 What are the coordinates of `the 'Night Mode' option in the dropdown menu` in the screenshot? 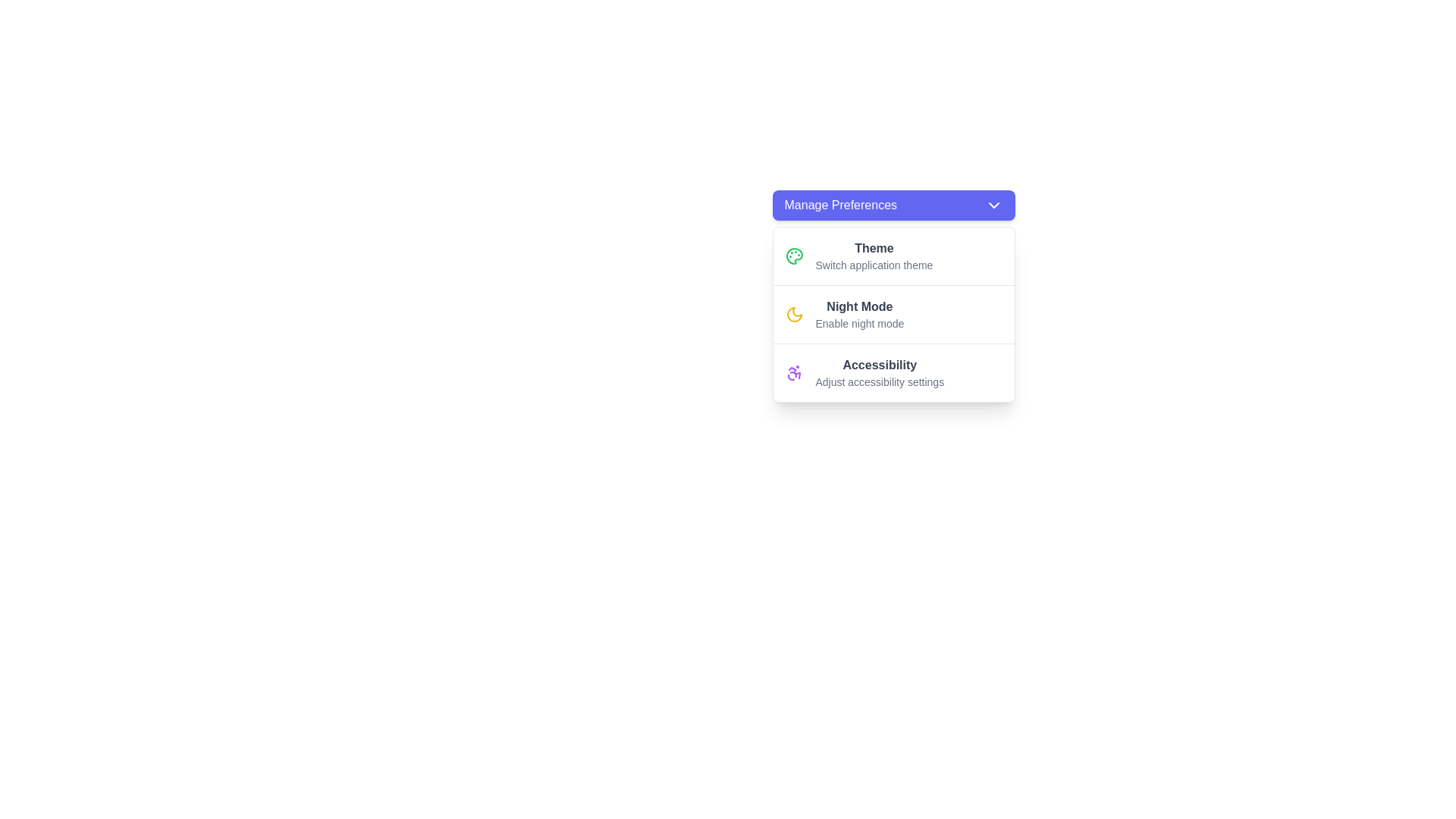 It's located at (893, 313).